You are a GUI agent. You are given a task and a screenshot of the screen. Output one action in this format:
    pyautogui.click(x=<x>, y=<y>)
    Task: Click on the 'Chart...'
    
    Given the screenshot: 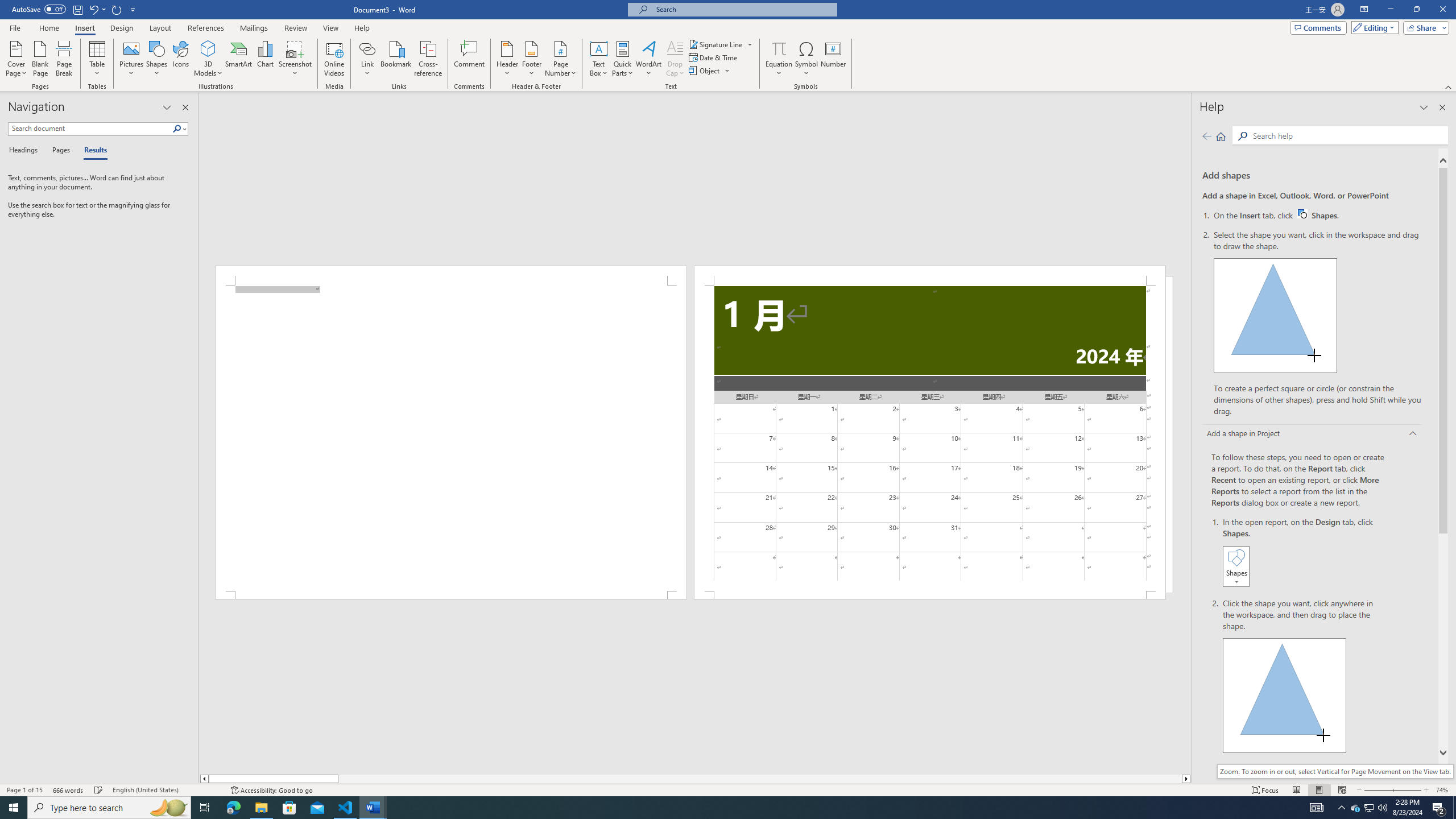 What is the action you would take?
    pyautogui.click(x=265, y=59)
    